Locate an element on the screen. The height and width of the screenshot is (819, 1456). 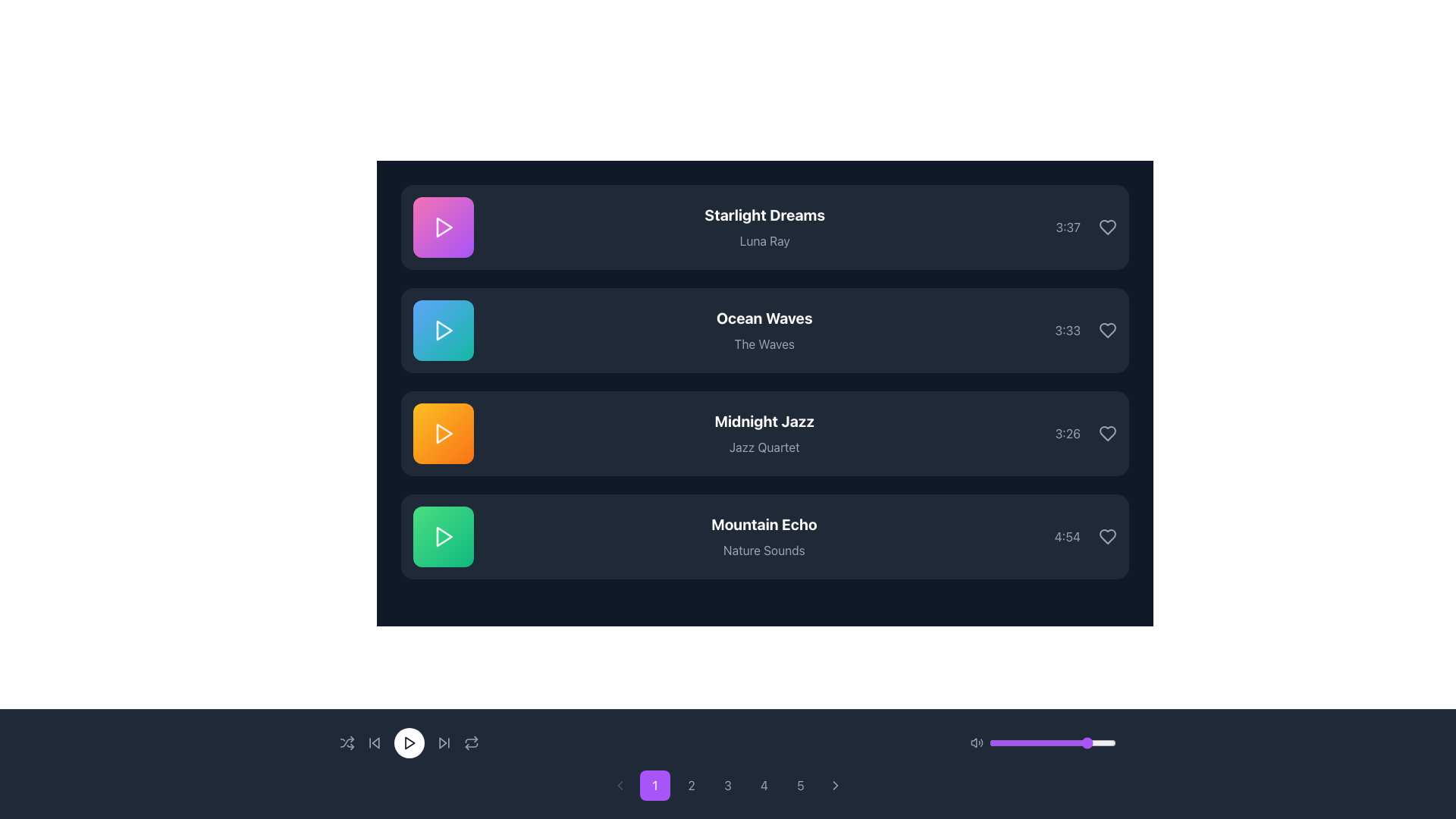
the slider value is located at coordinates (1106, 742).